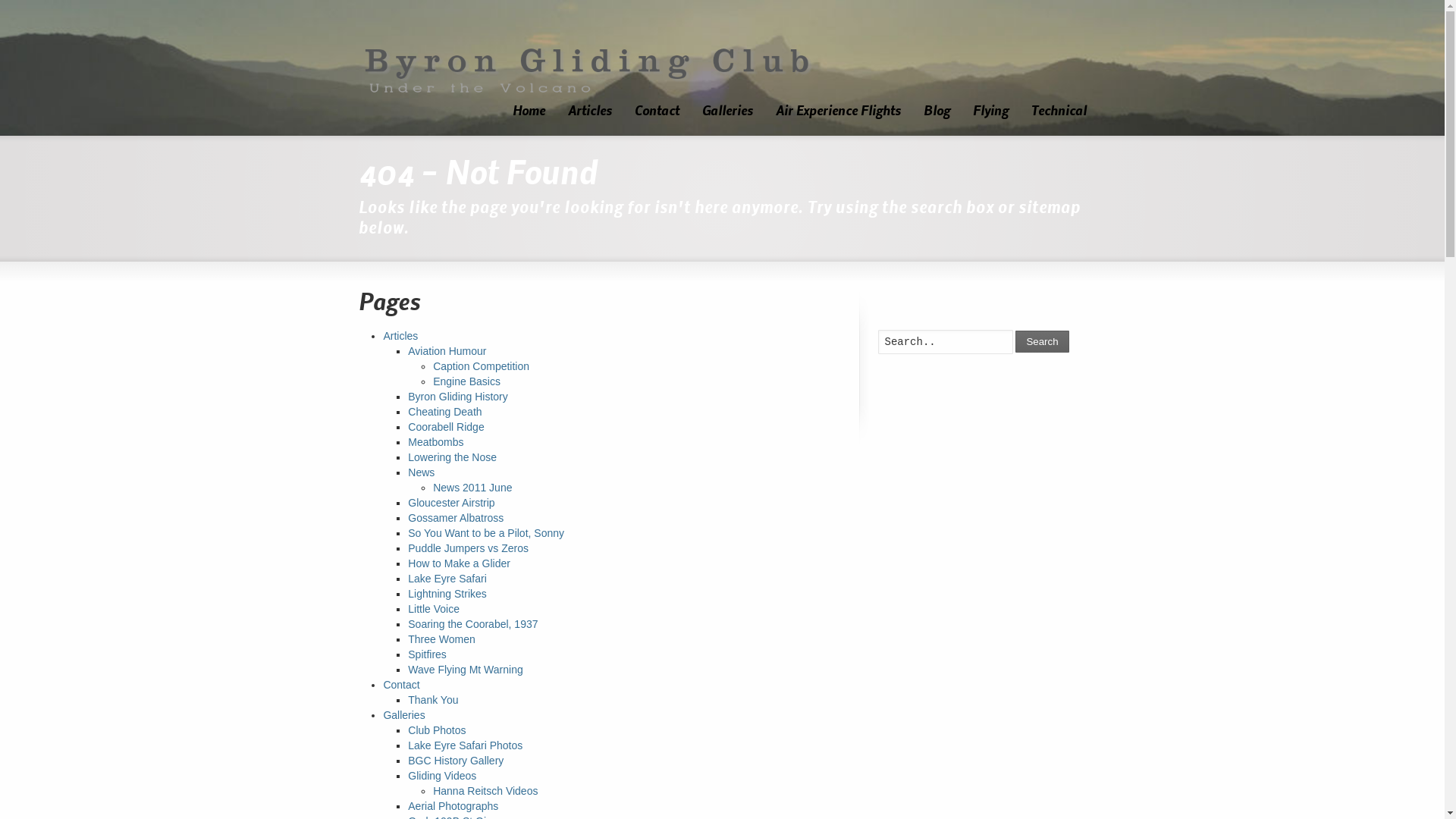 The width and height of the screenshot is (1456, 819). I want to click on 'Hanna Reitsch Videos', so click(432, 789).